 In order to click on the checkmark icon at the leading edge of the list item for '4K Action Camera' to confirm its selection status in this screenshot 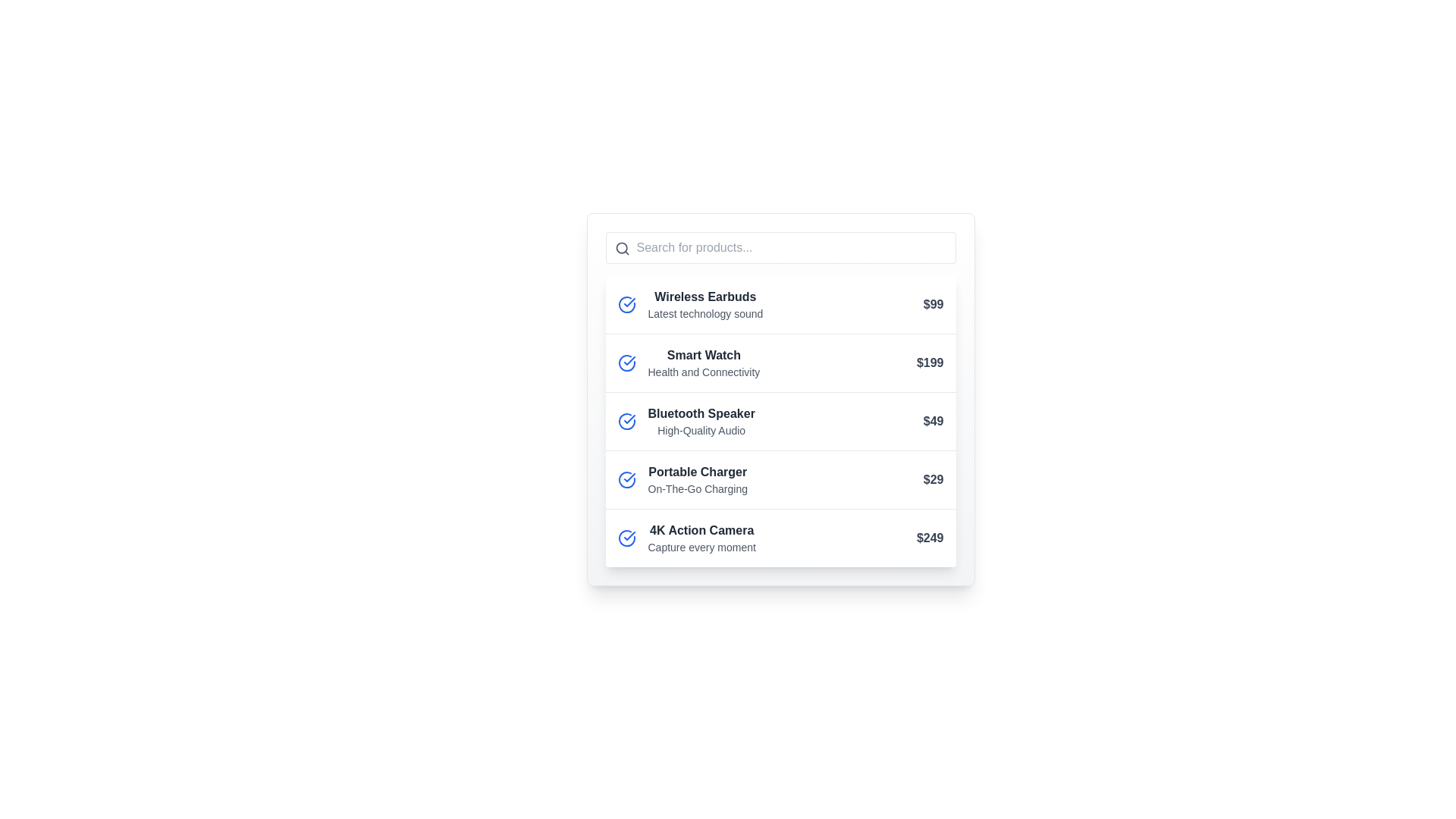, I will do `click(626, 537)`.